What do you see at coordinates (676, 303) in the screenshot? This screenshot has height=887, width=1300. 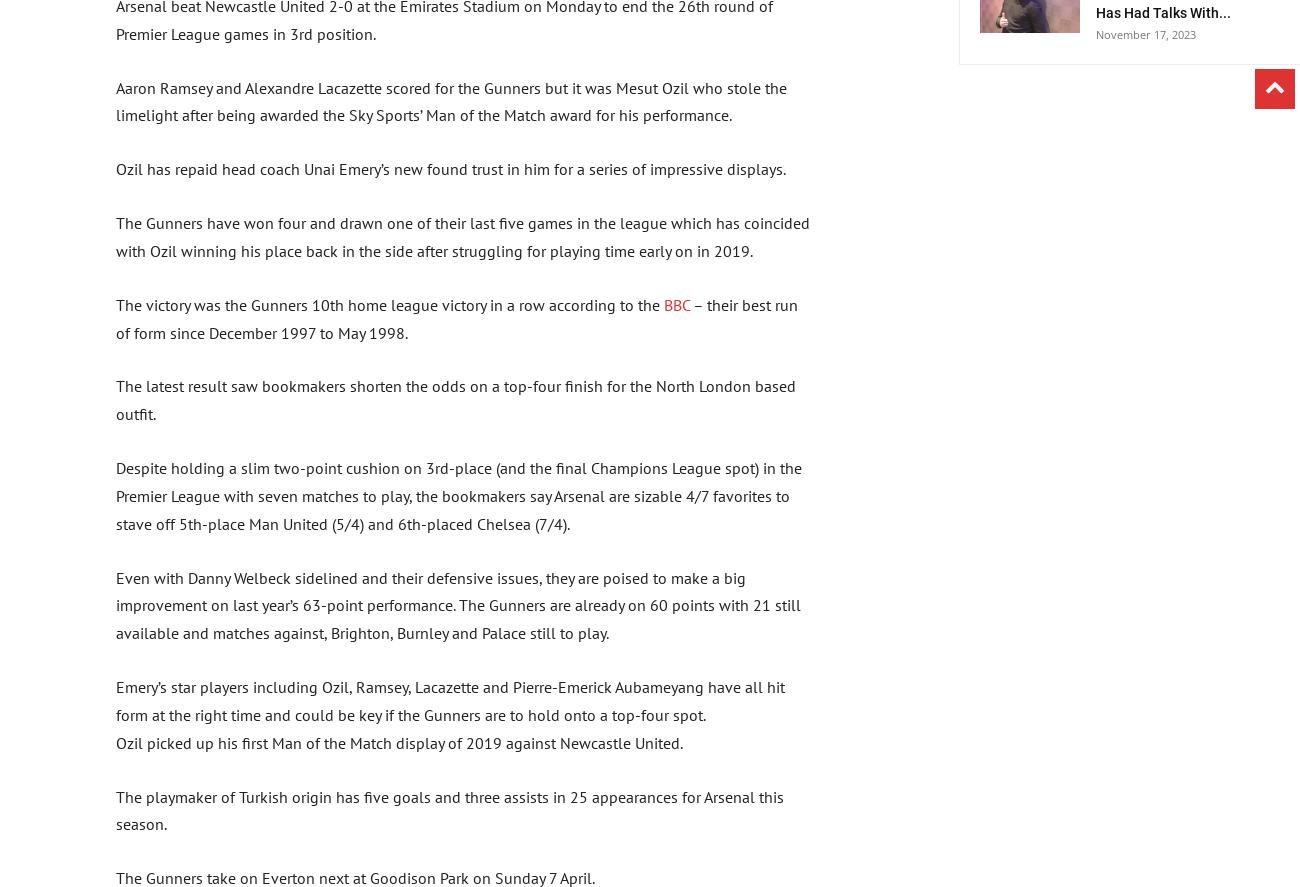 I see `'BBC'` at bounding box center [676, 303].